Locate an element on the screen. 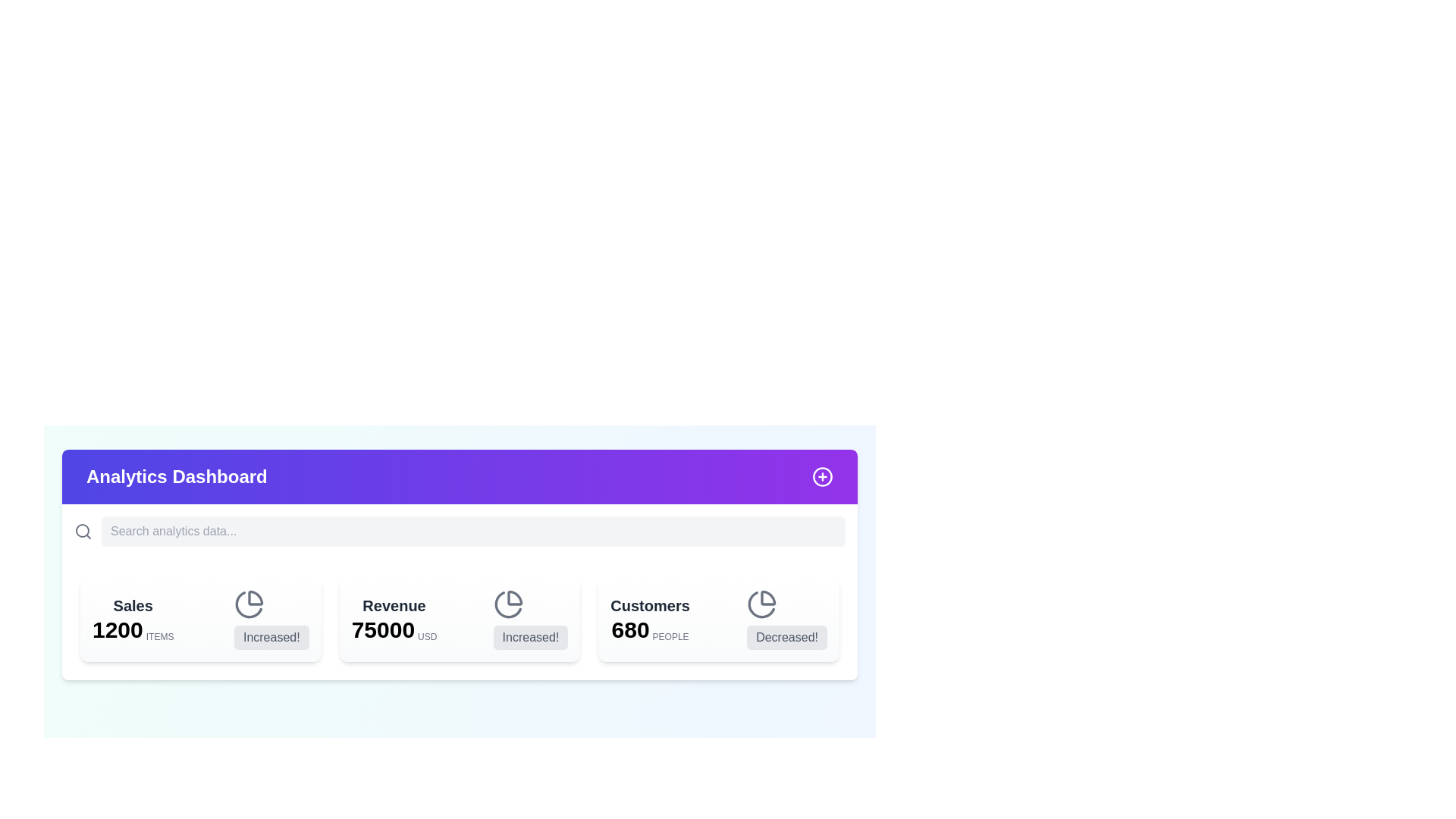  the action button located on the right-hand side of the 'Analytics Dashboard' header is located at coordinates (821, 475).